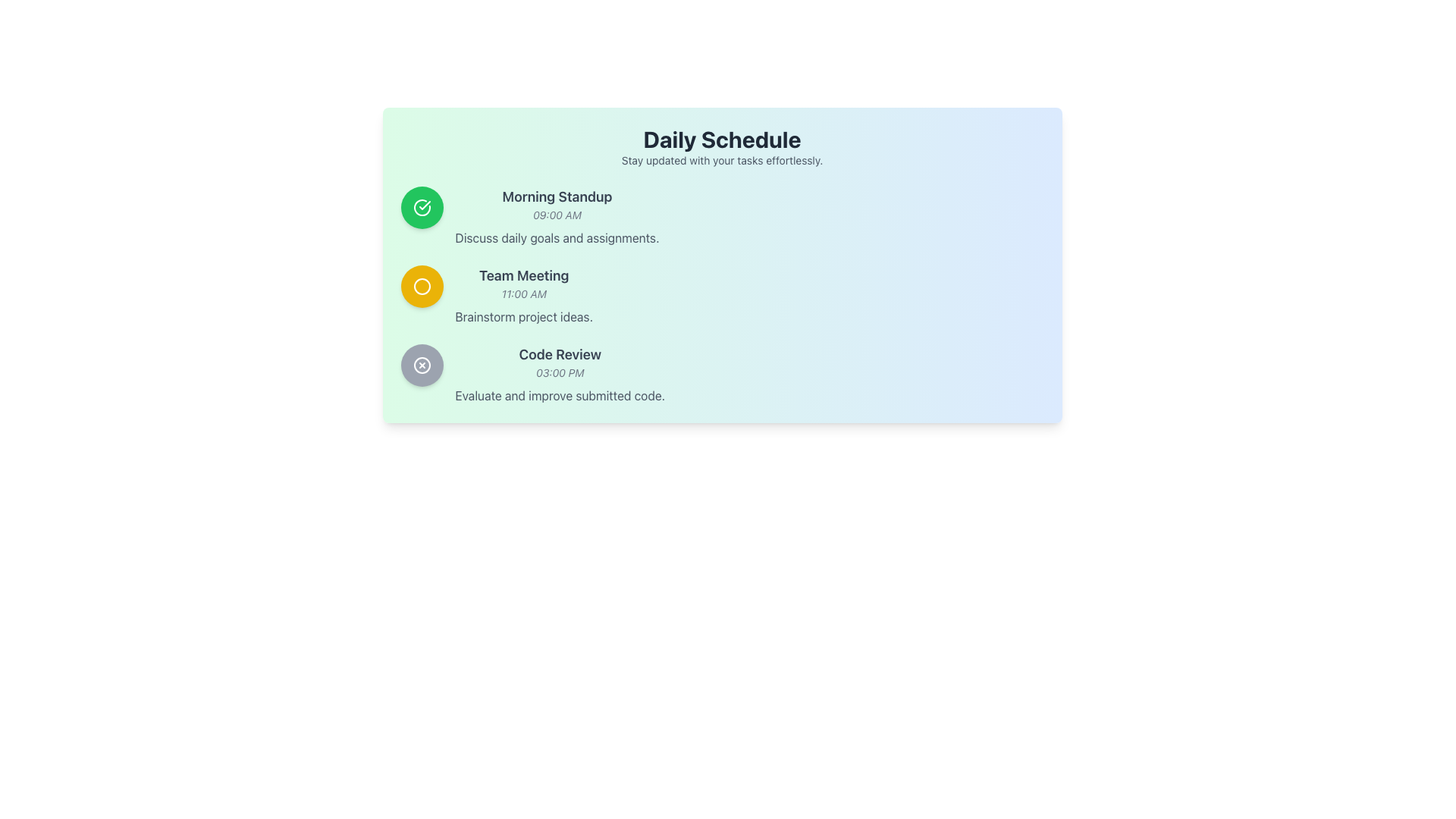 Image resolution: width=1456 pixels, height=819 pixels. I want to click on the second list item in the schedule display that provides information about a scheduled event, located between 'Morning Standup' and 'Code Review', so click(721, 295).